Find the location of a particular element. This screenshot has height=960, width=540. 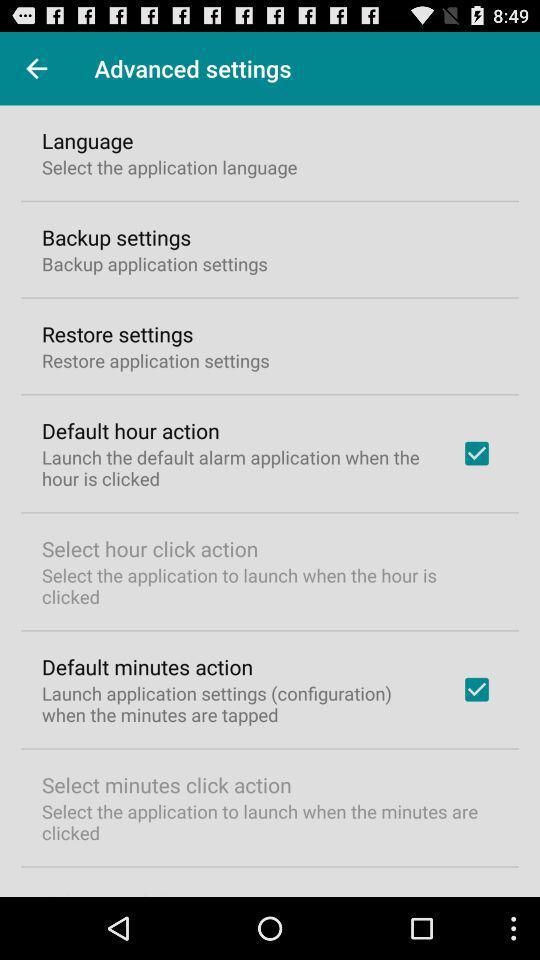

go back is located at coordinates (36, 68).